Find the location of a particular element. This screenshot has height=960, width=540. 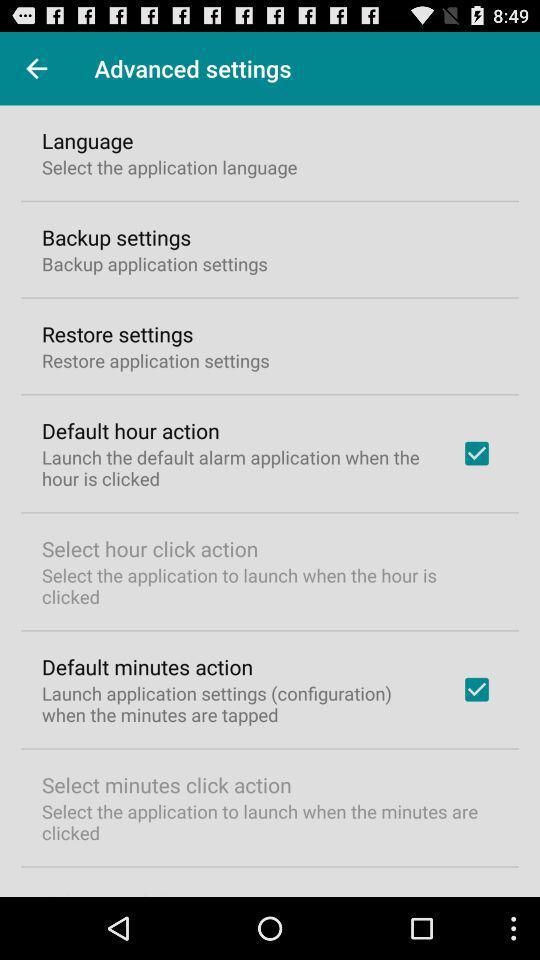

go back is located at coordinates (36, 68).